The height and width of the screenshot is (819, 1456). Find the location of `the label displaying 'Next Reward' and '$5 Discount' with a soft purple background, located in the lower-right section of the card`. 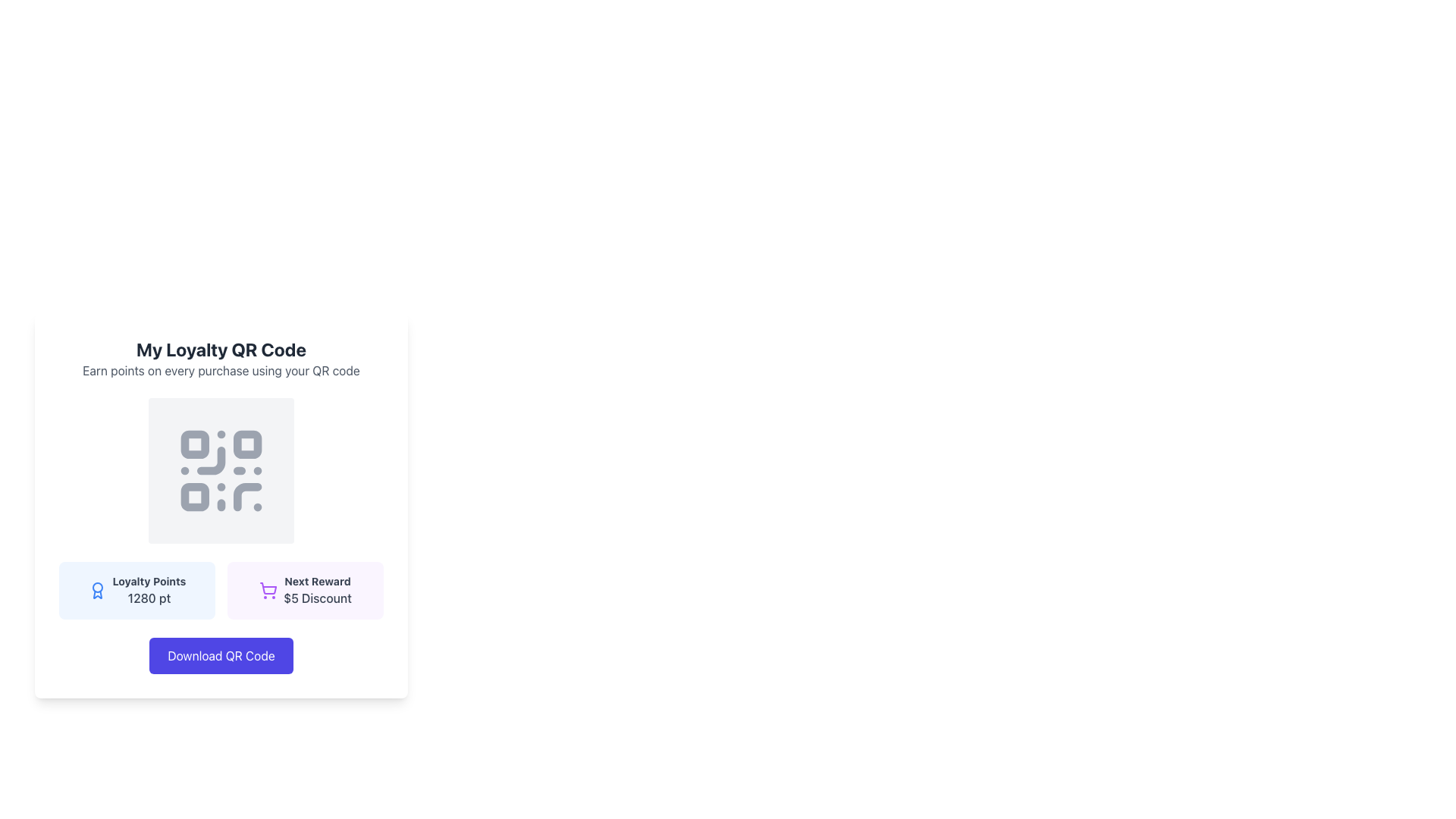

the label displaying 'Next Reward' and '$5 Discount' with a soft purple background, located in the lower-right section of the card is located at coordinates (316, 590).